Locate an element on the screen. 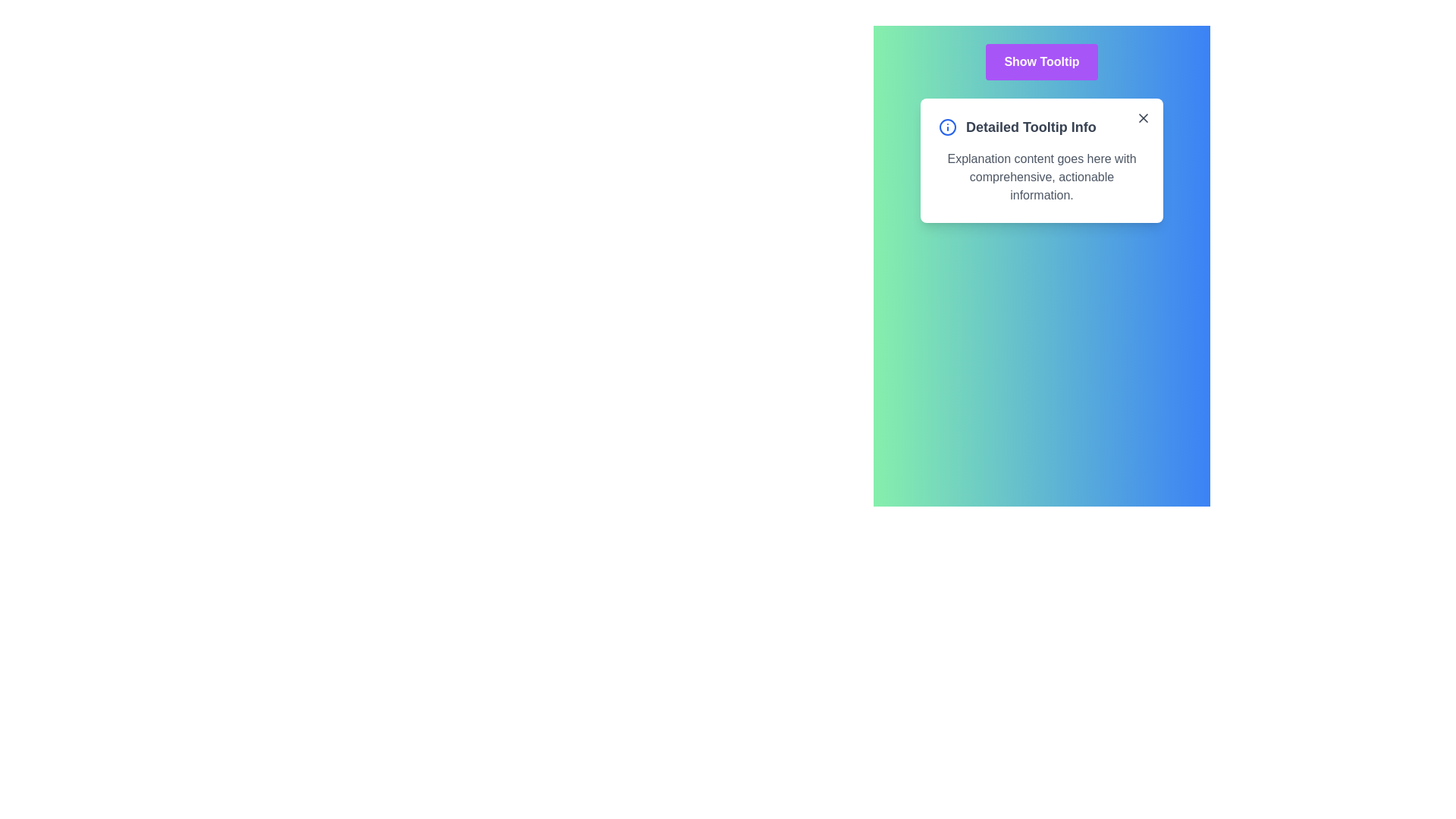  the Text Label located at the top of the tooltip card, which serves as a title or heading for the content within the tooltip is located at coordinates (1040, 127).